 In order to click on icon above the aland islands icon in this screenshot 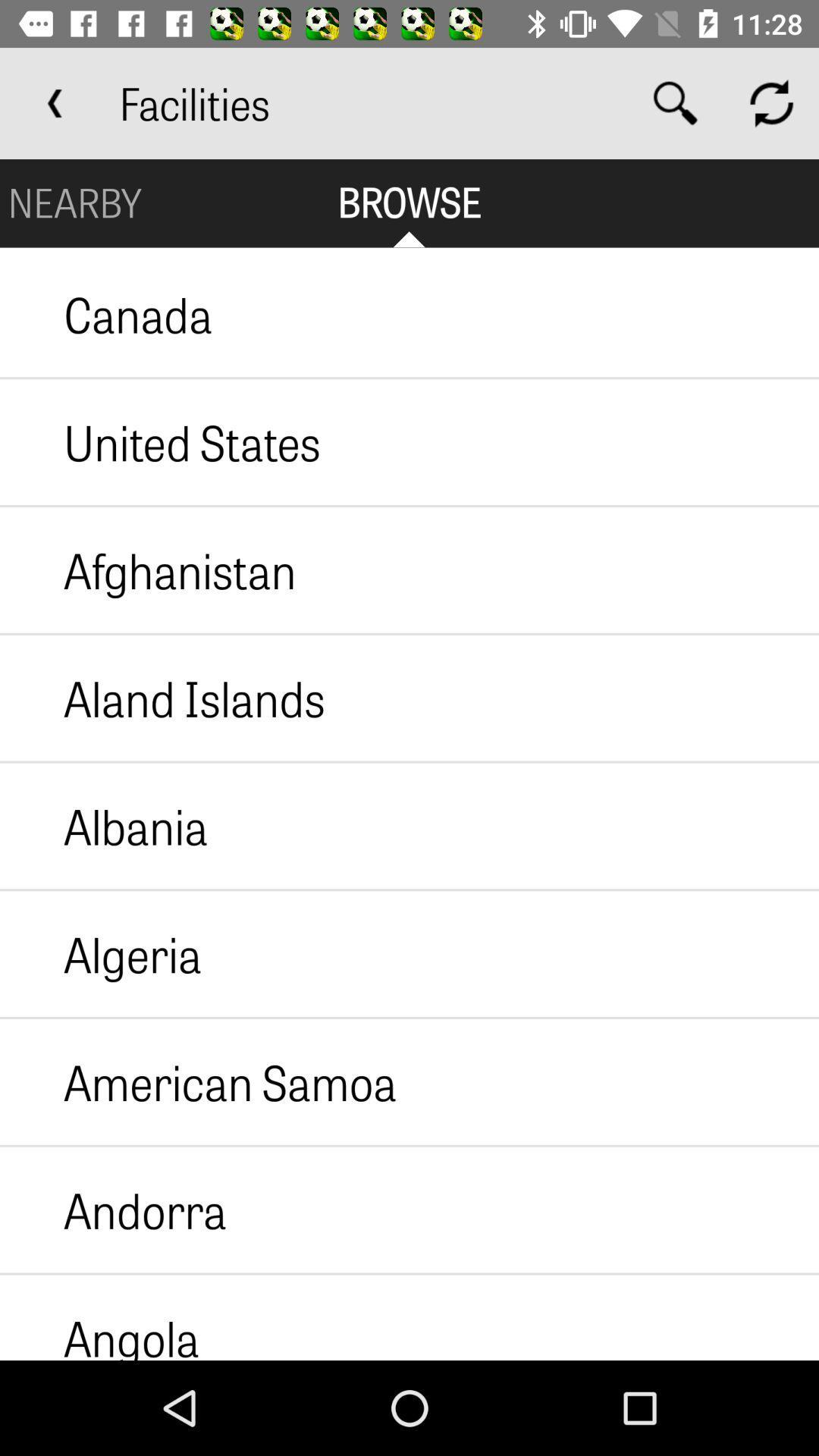, I will do `click(148, 569)`.